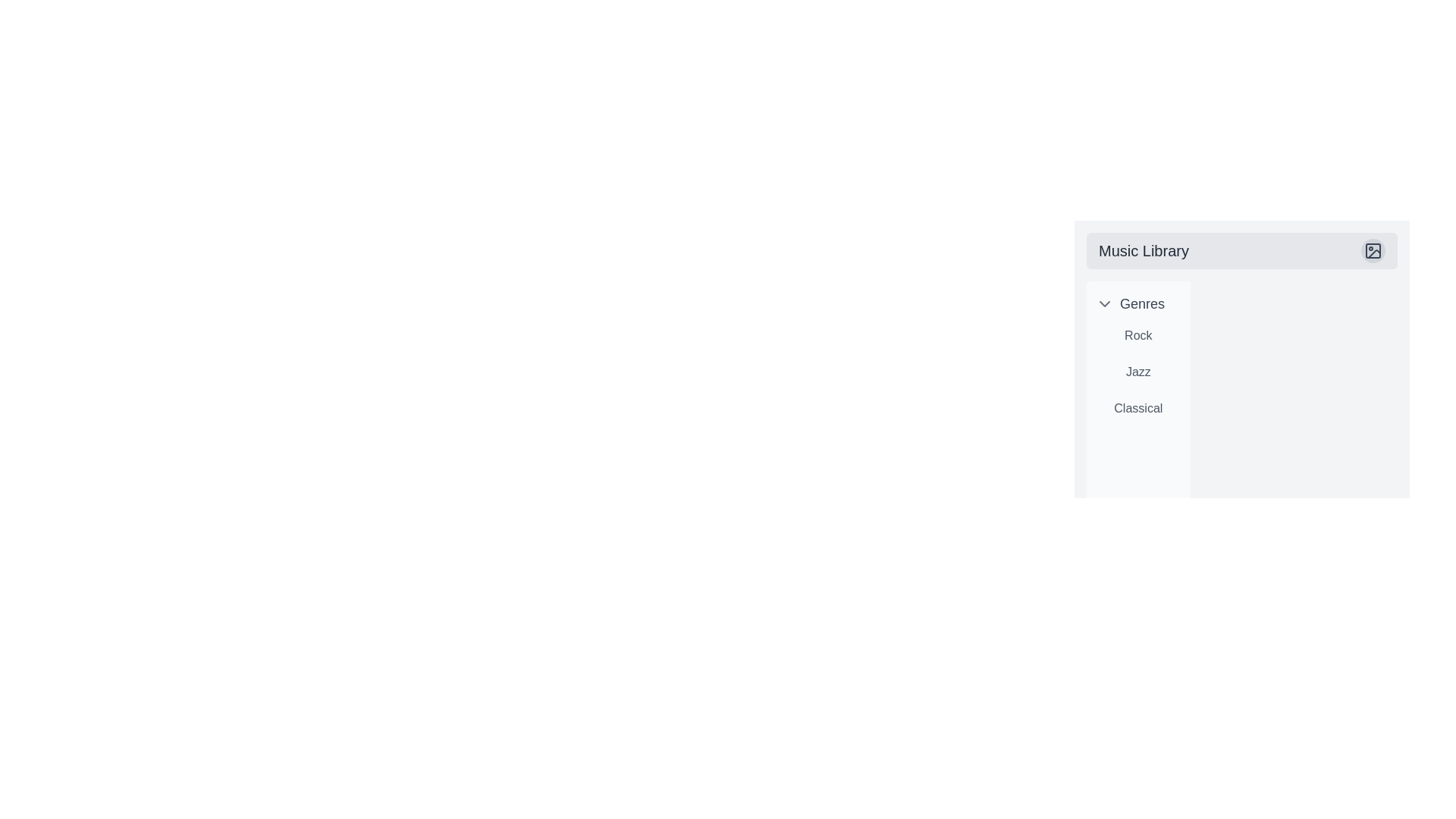  What do you see at coordinates (1373, 250) in the screenshot?
I see `the action button located in the top-right corner of the 'Music Library' header section` at bounding box center [1373, 250].